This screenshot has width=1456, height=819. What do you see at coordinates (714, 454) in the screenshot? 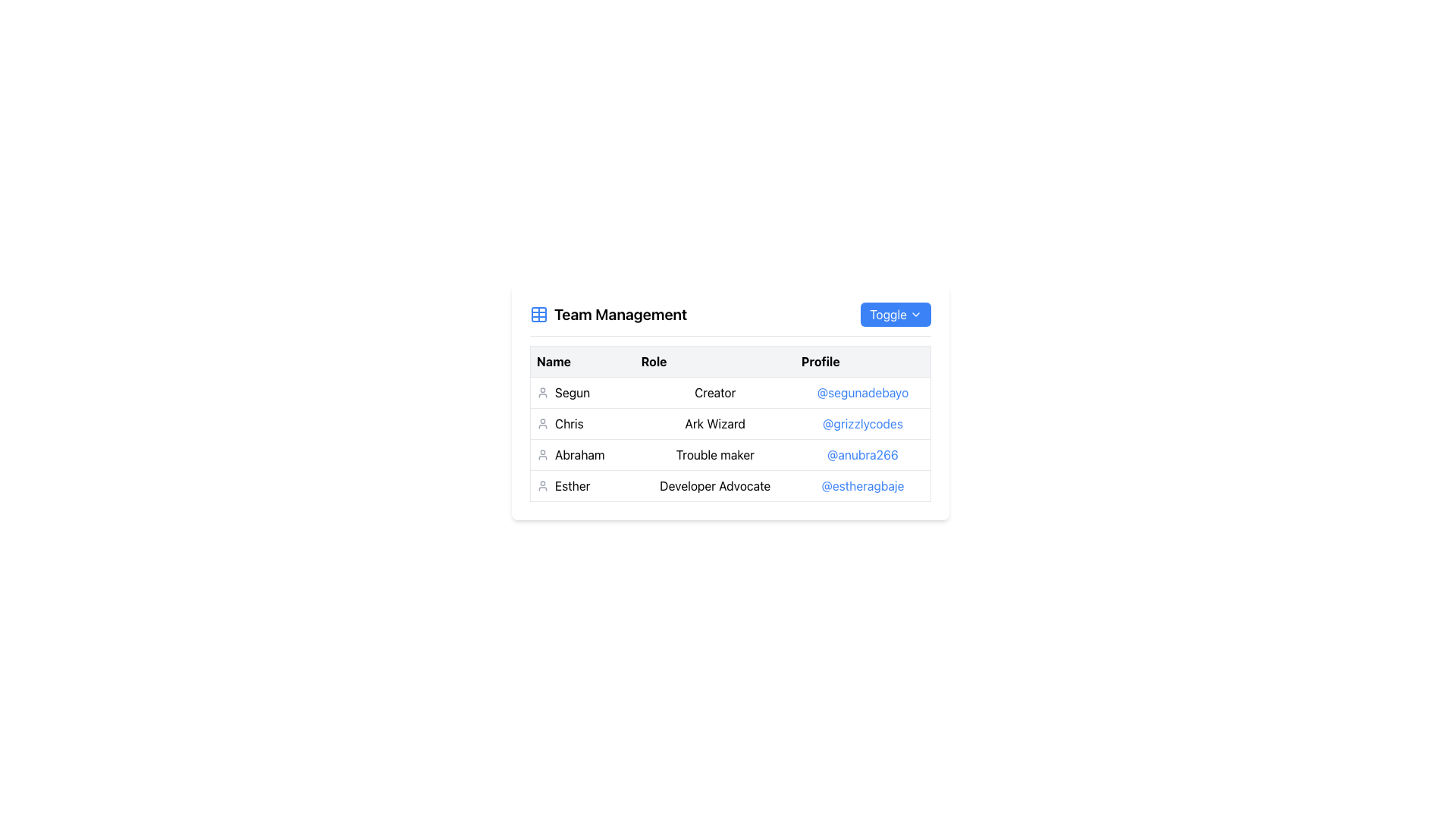
I see `the text label 'Trouble maker' in the Role column corresponding to user 'Abraham' in the third row of the table` at bounding box center [714, 454].